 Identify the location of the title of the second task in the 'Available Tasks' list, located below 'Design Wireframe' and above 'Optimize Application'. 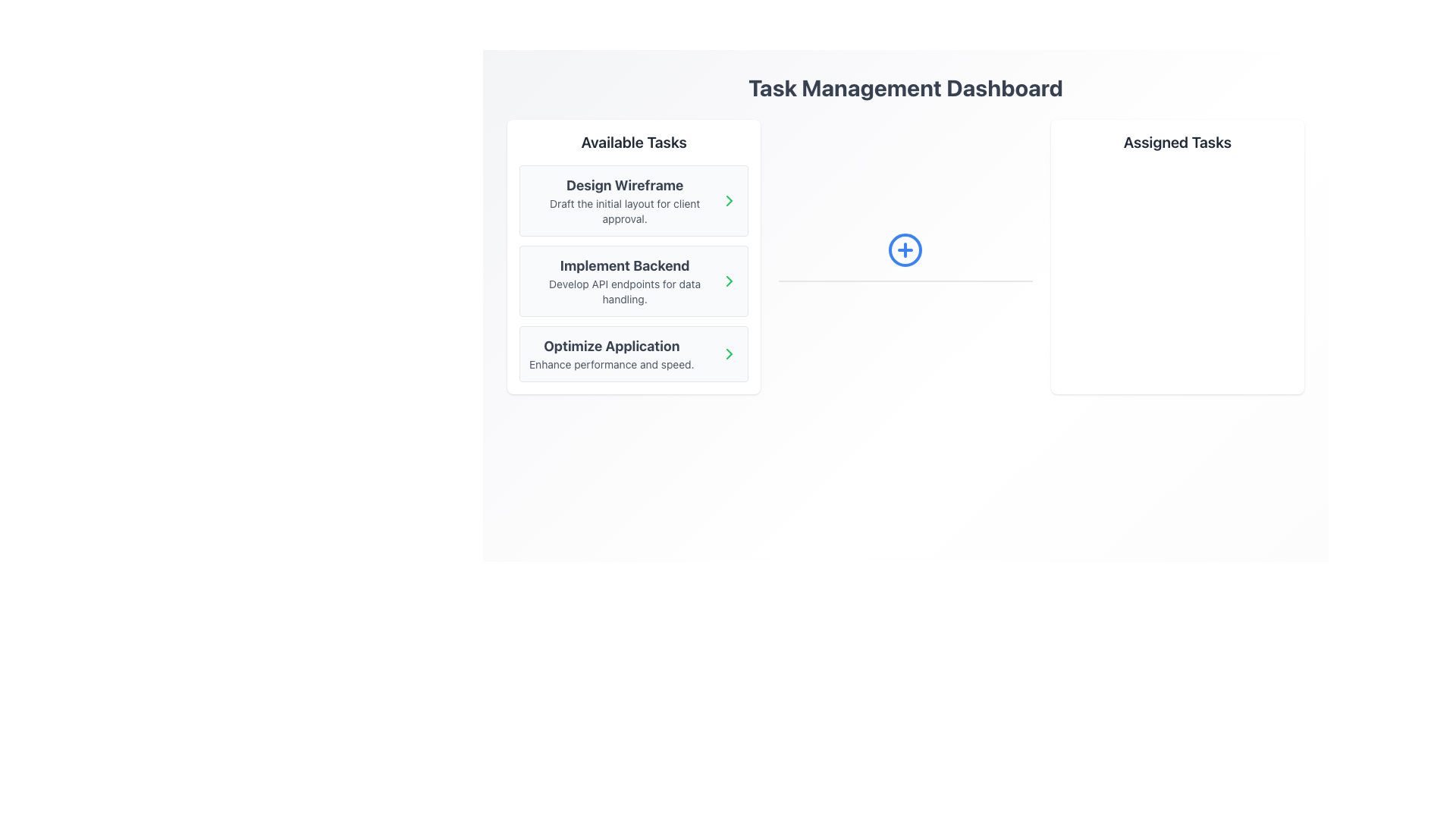
(625, 265).